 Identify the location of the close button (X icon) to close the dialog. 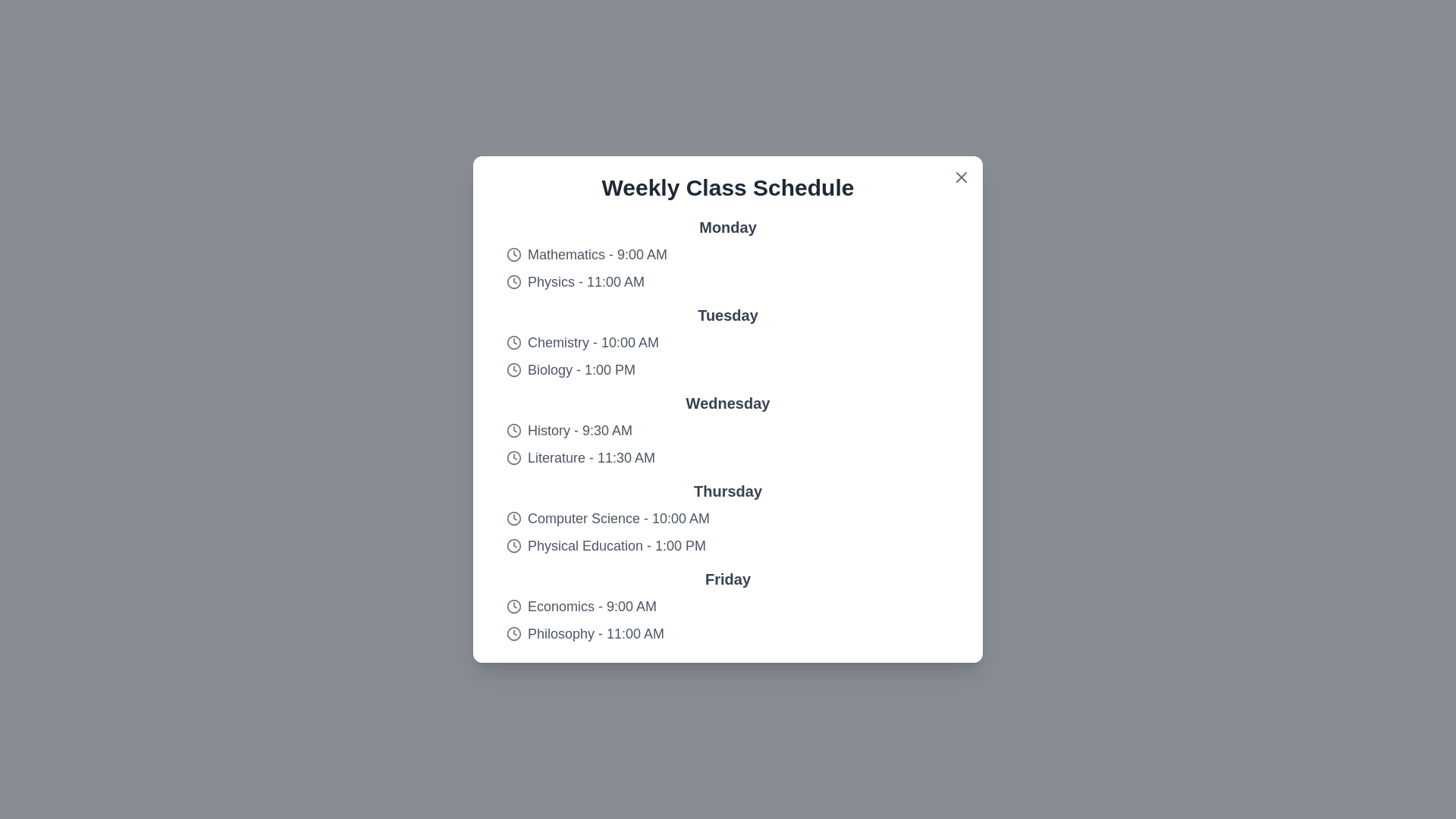
(960, 177).